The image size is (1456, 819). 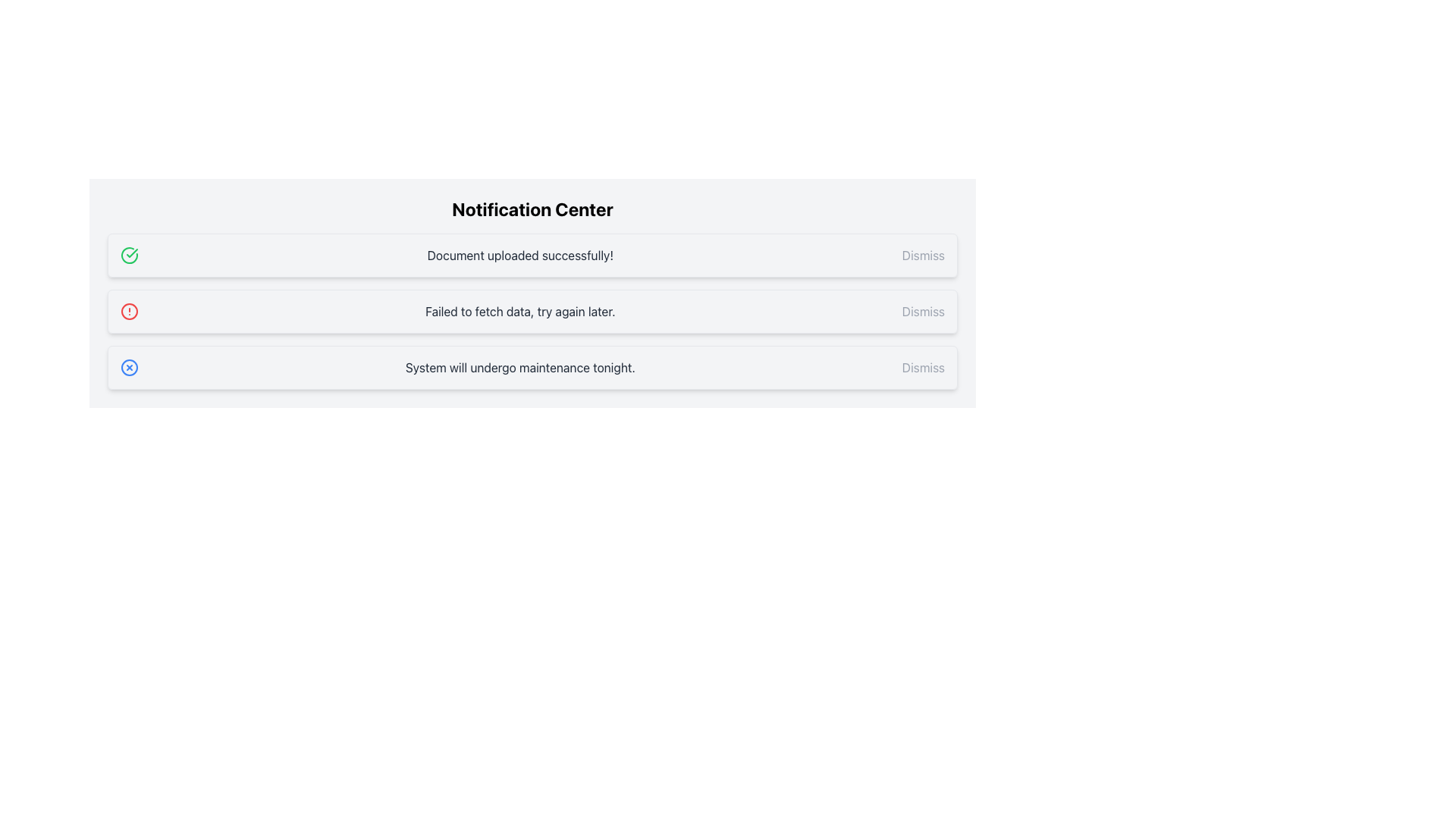 I want to click on the 'Dismiss' button, which is a gray text label that turns red on hover, located on the right side of the notification box displaying 'Failed to fetch data, try again later.', so click(x=922, y=311).